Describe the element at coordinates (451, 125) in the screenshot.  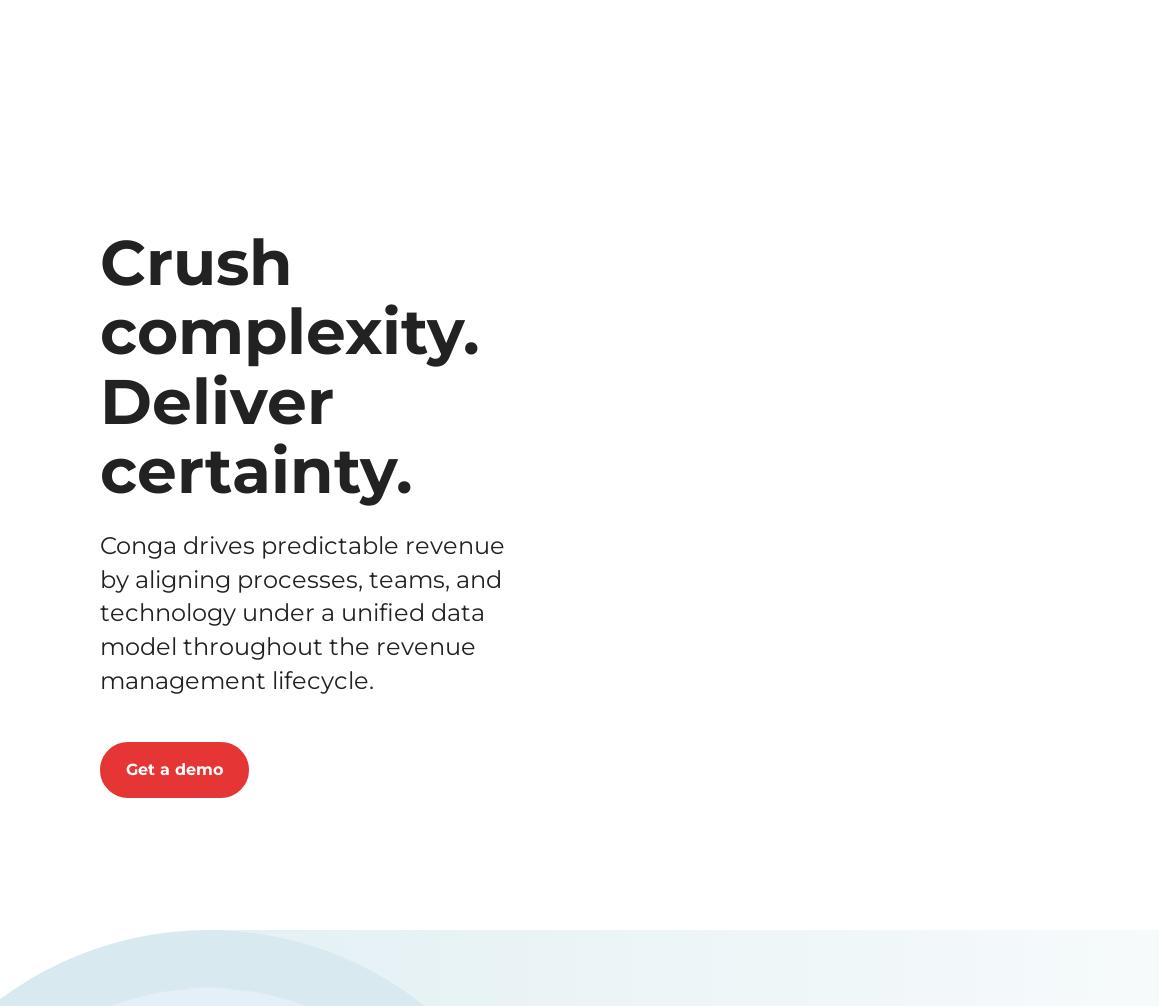
I see `'Get a demo'` at that location.